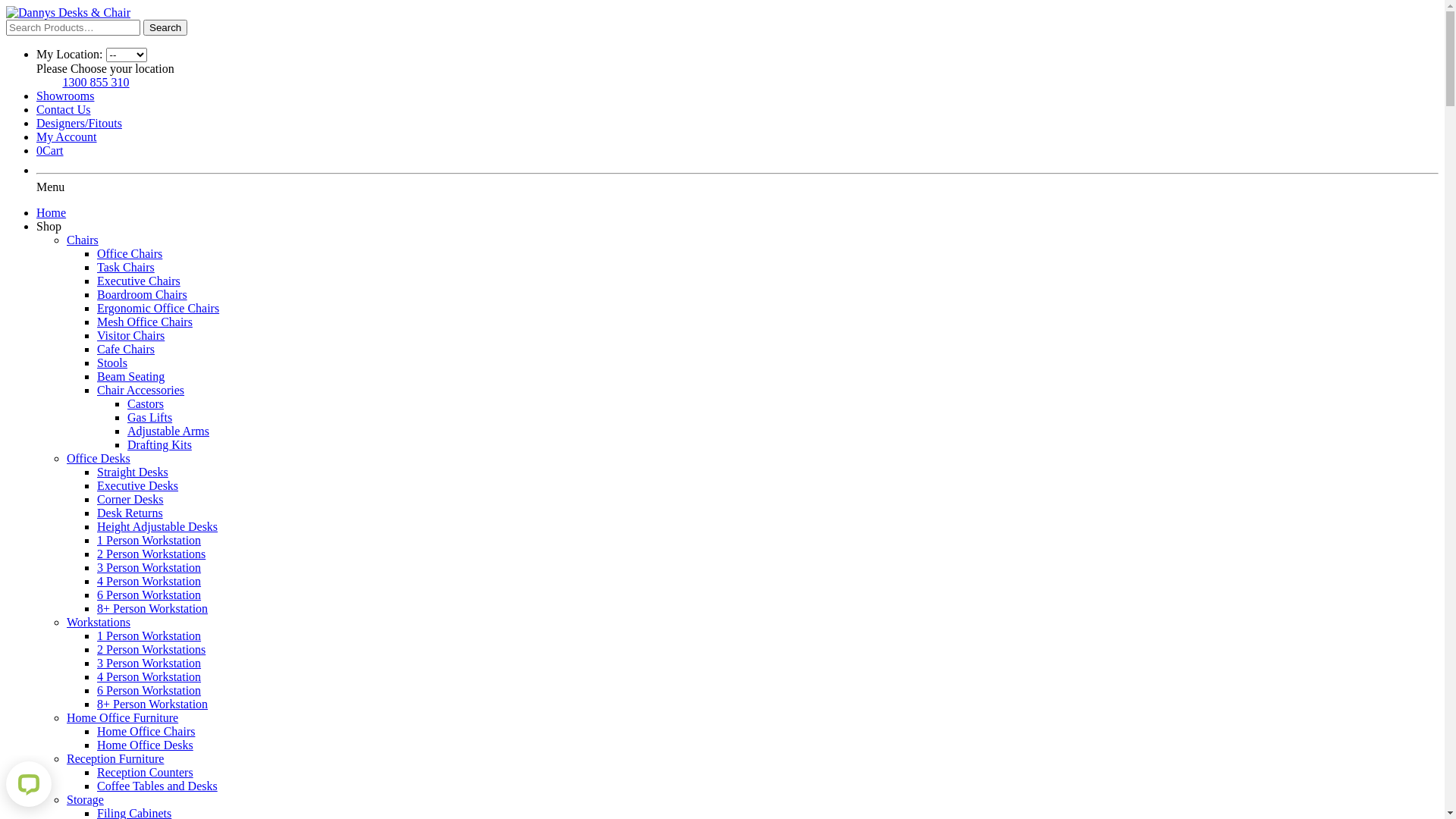 This screenshot has height=819, width=1456. I want to click on 'Reception Counters', so click(145, 772).